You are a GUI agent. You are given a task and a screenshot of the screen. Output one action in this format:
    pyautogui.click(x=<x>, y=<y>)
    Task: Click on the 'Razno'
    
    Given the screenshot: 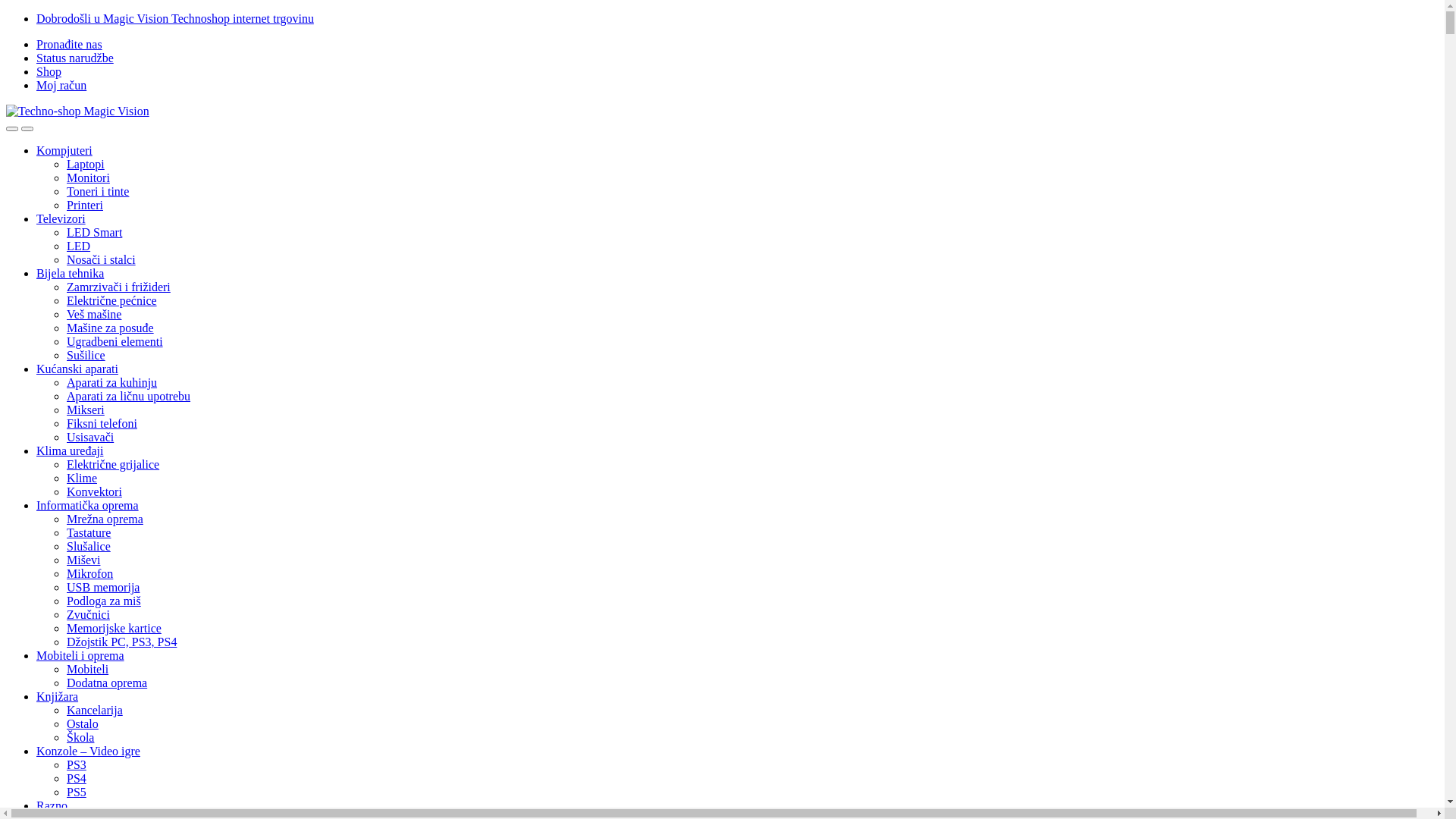 What is the action you would take?
    pyautogui.click(x=52, y=805)
    